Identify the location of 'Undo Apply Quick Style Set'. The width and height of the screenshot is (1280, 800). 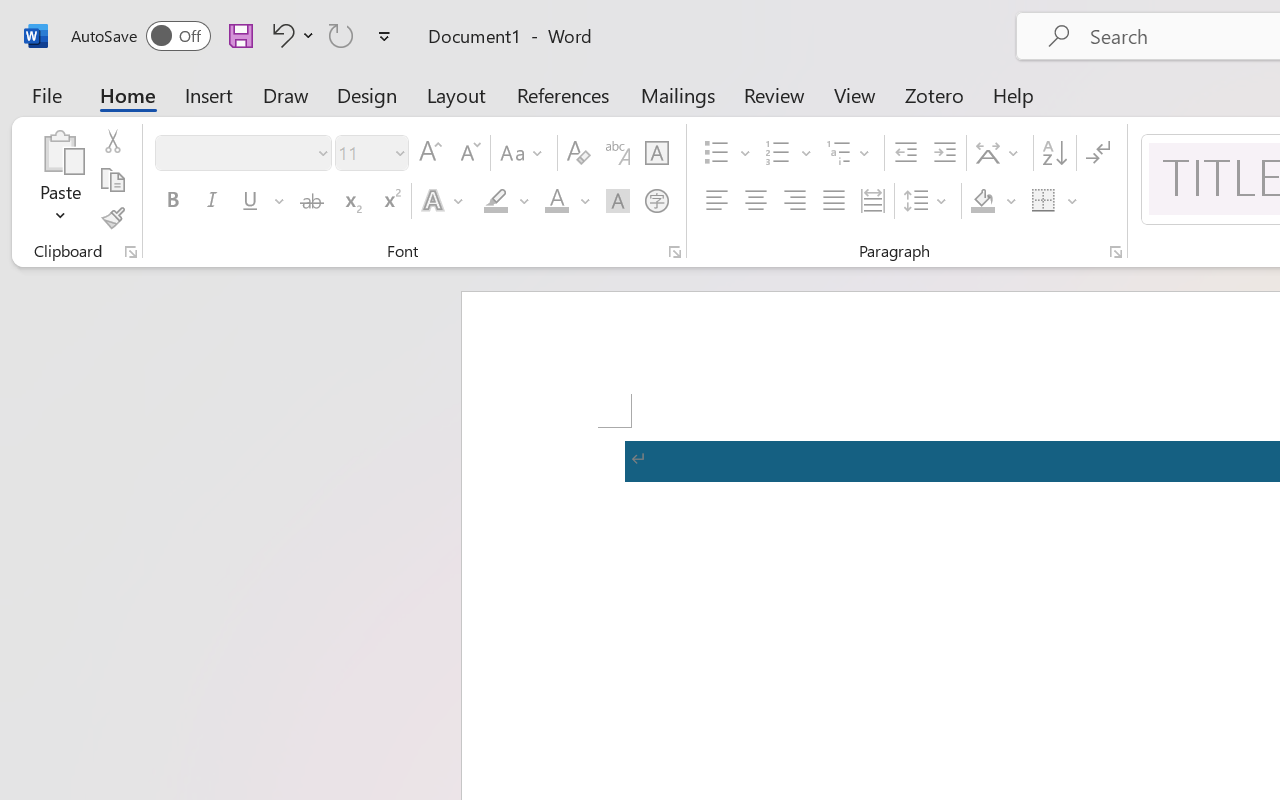
(279, 34).